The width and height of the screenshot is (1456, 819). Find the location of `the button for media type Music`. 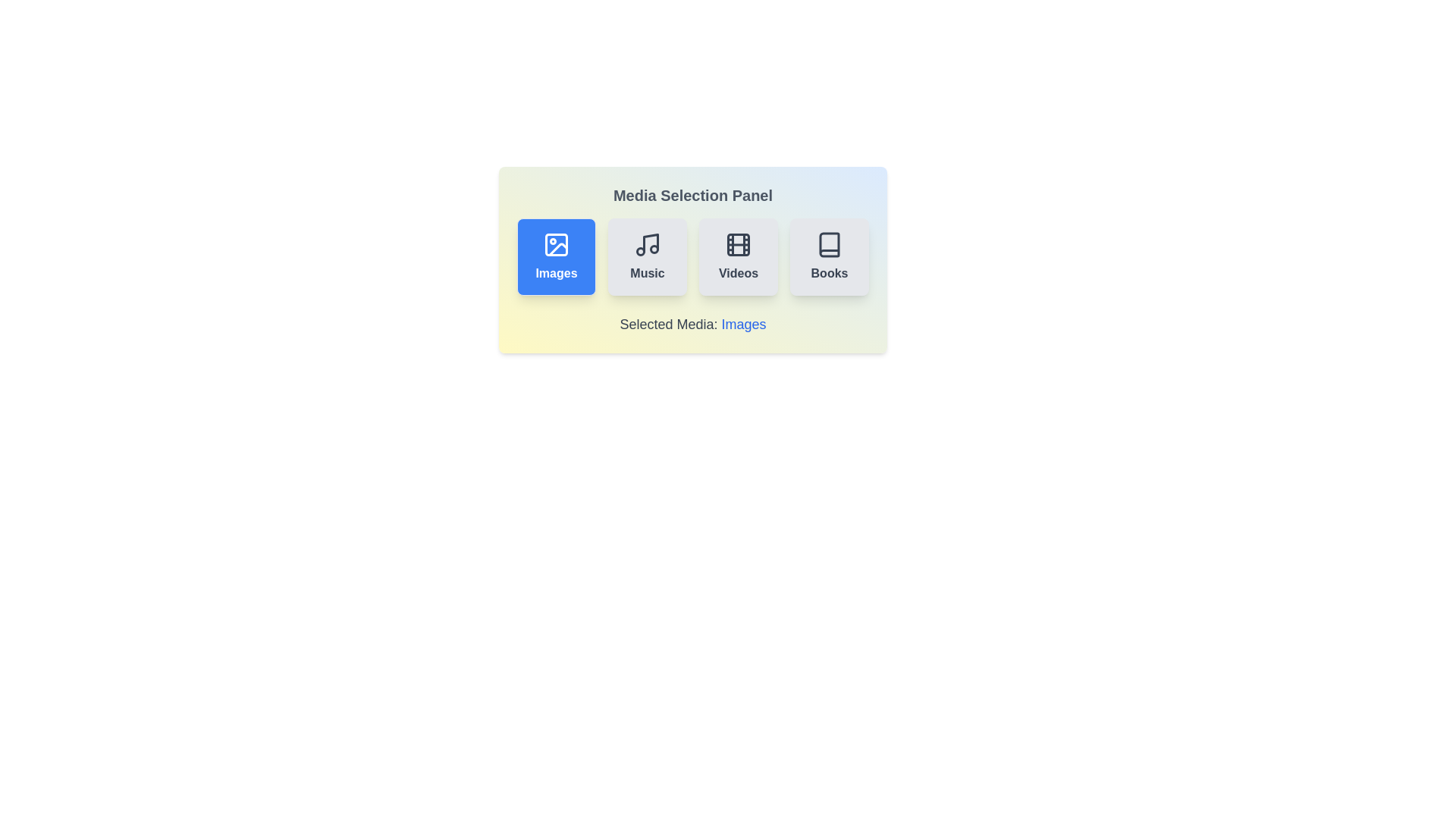

the button for media type Music is located at coordinates (648, 256).